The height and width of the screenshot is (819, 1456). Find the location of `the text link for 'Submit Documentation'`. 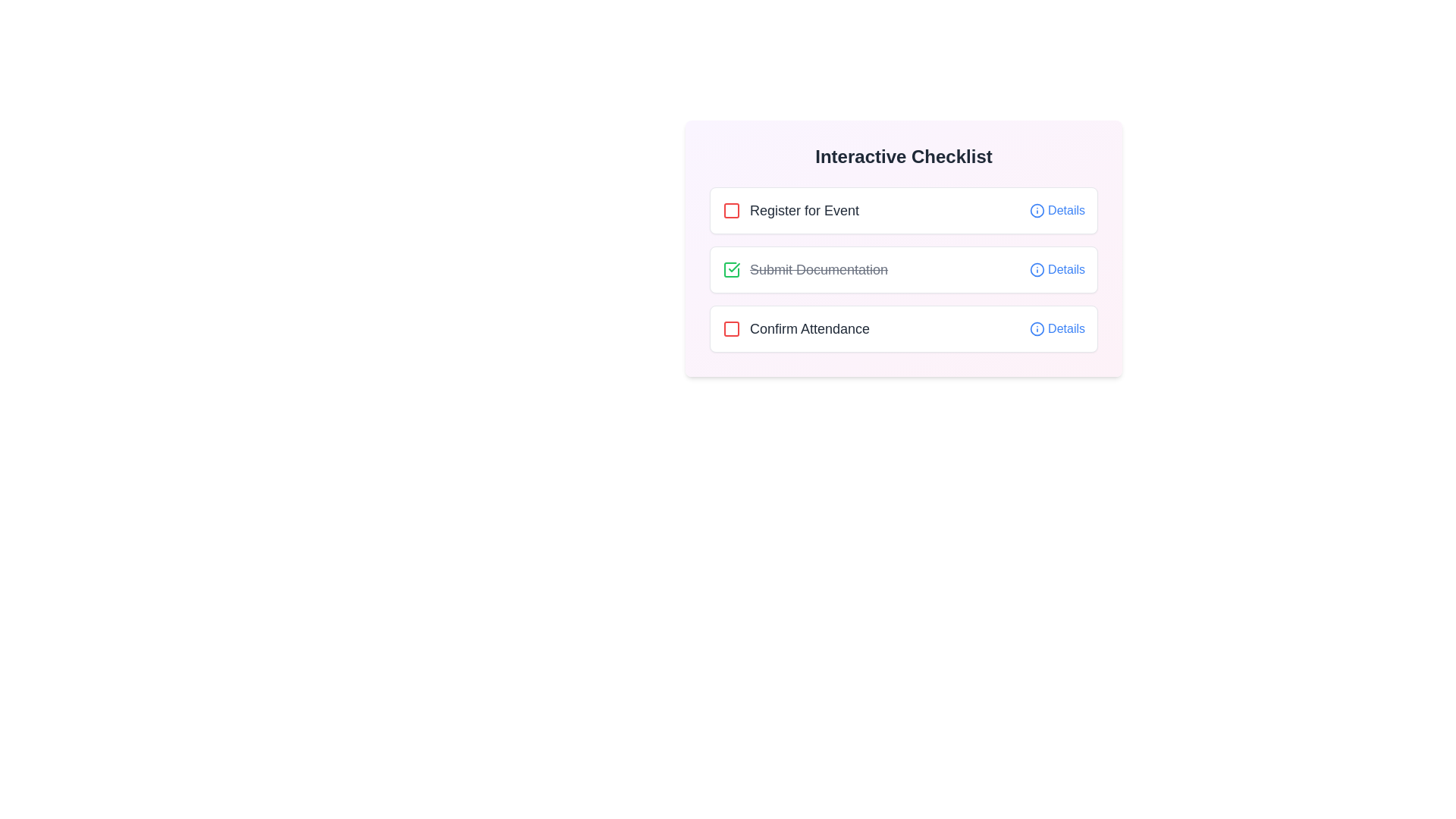

the text link for 'Submit Documentation' is located at coordinates (1065, 268).